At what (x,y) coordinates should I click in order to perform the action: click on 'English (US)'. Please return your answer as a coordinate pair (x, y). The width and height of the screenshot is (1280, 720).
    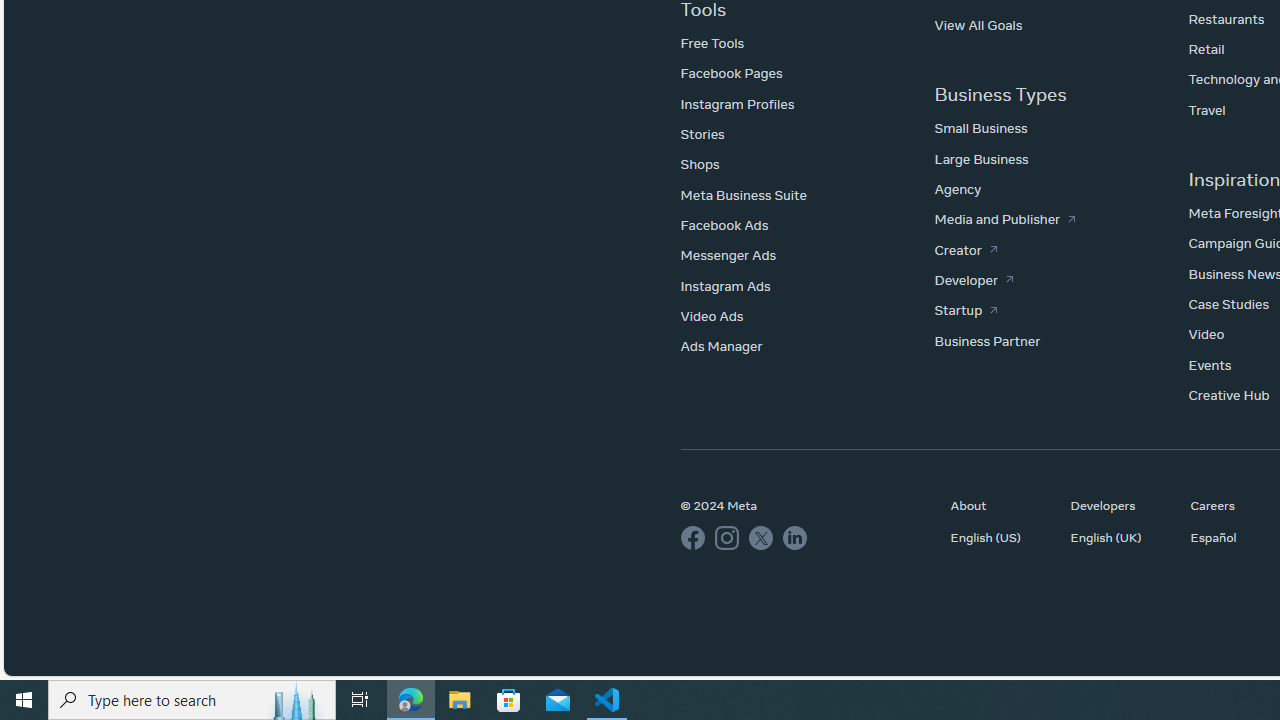
    Looking at the image, I should click on (1000, 536).